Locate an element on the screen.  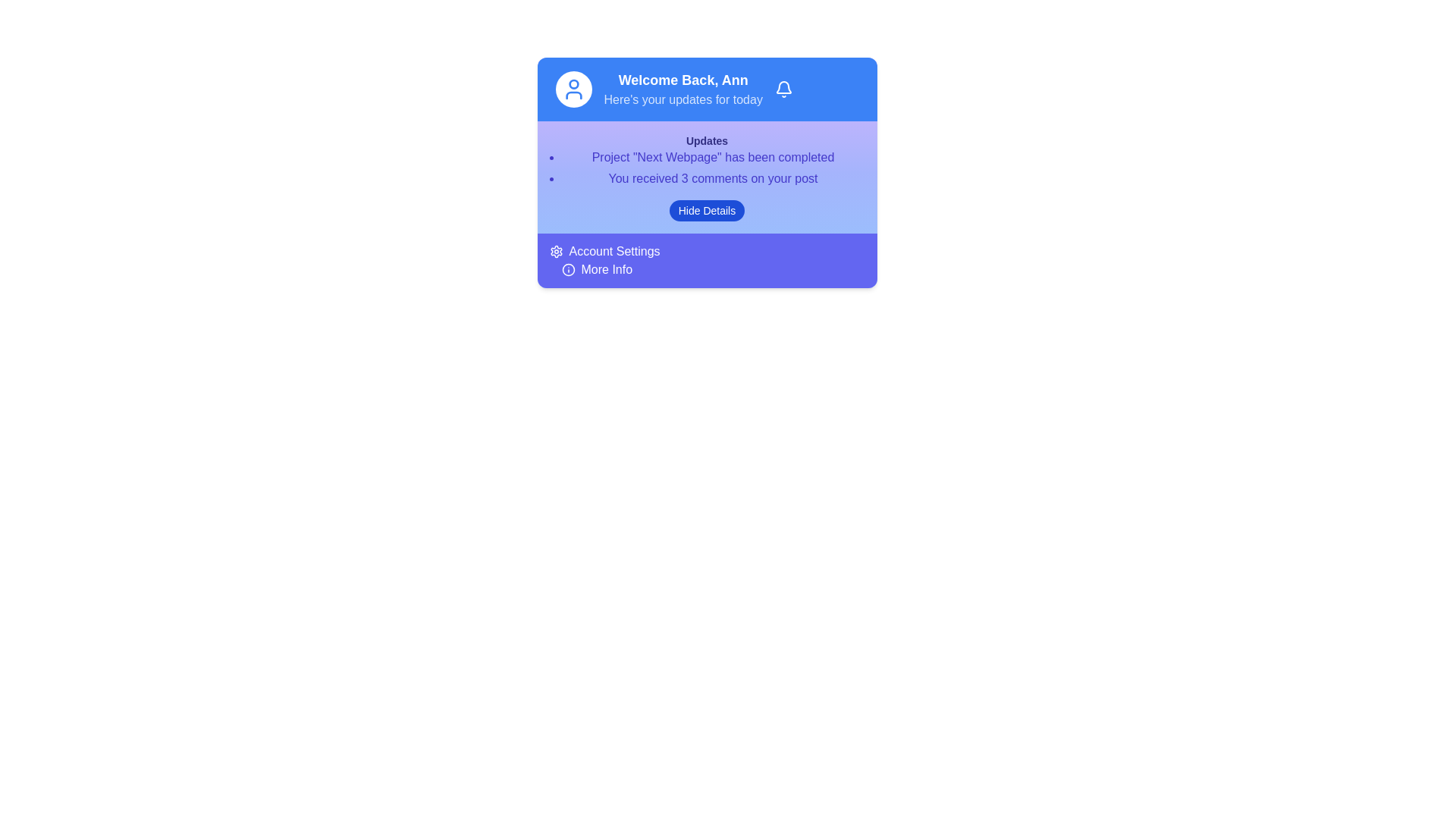
the static text element that reads 'You received 3 comments on your post' in the 'Updates' section of the notification card is located at coordinates (712, 177).